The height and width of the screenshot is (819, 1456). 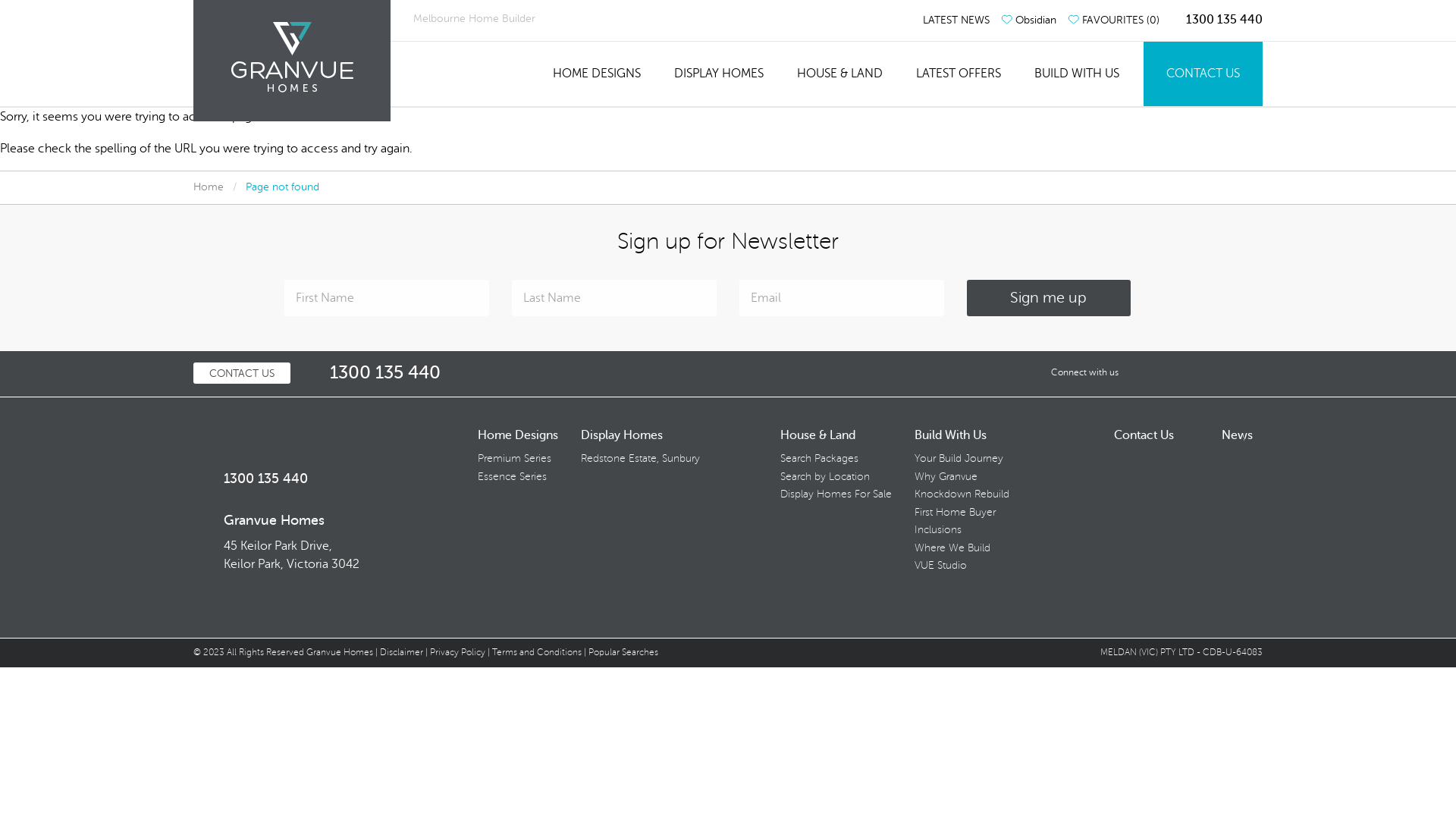 I want to click on 'LATEST OFFERS', so click(x=899, y=74).